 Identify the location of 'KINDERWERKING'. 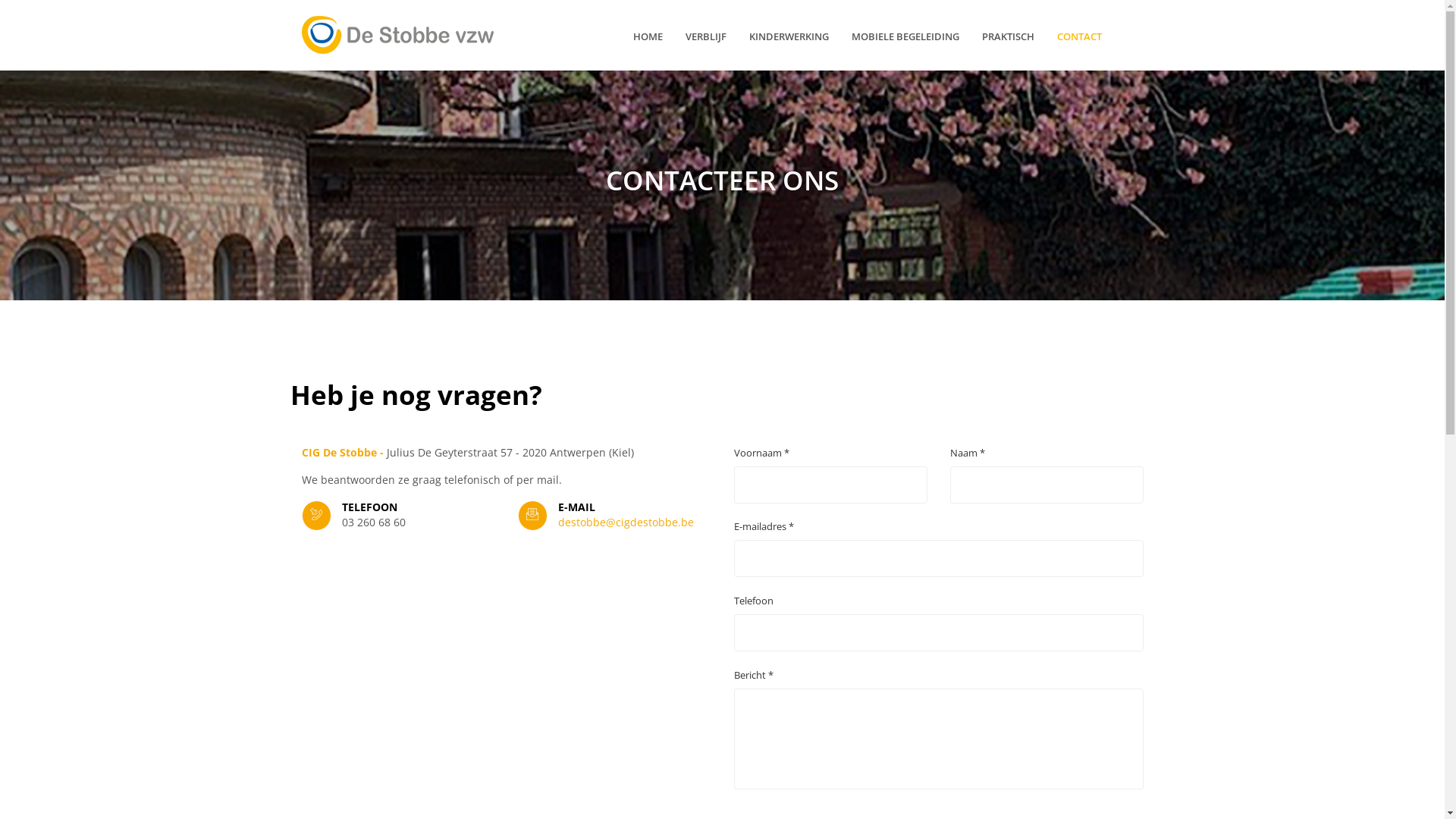
(749, 36).